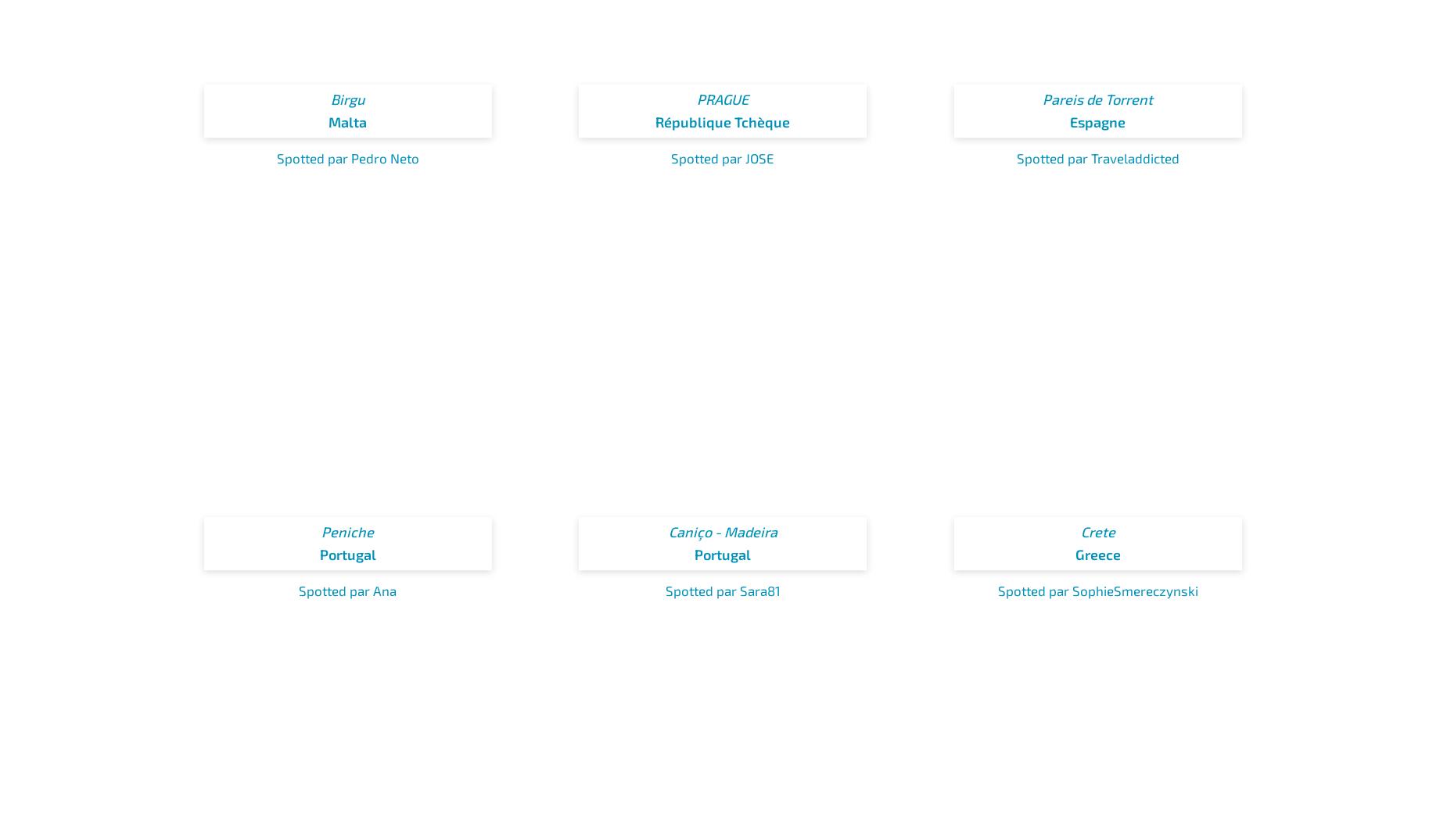 The image size is (1447, 840). I want to click on 'Malta', so click(346, 121).